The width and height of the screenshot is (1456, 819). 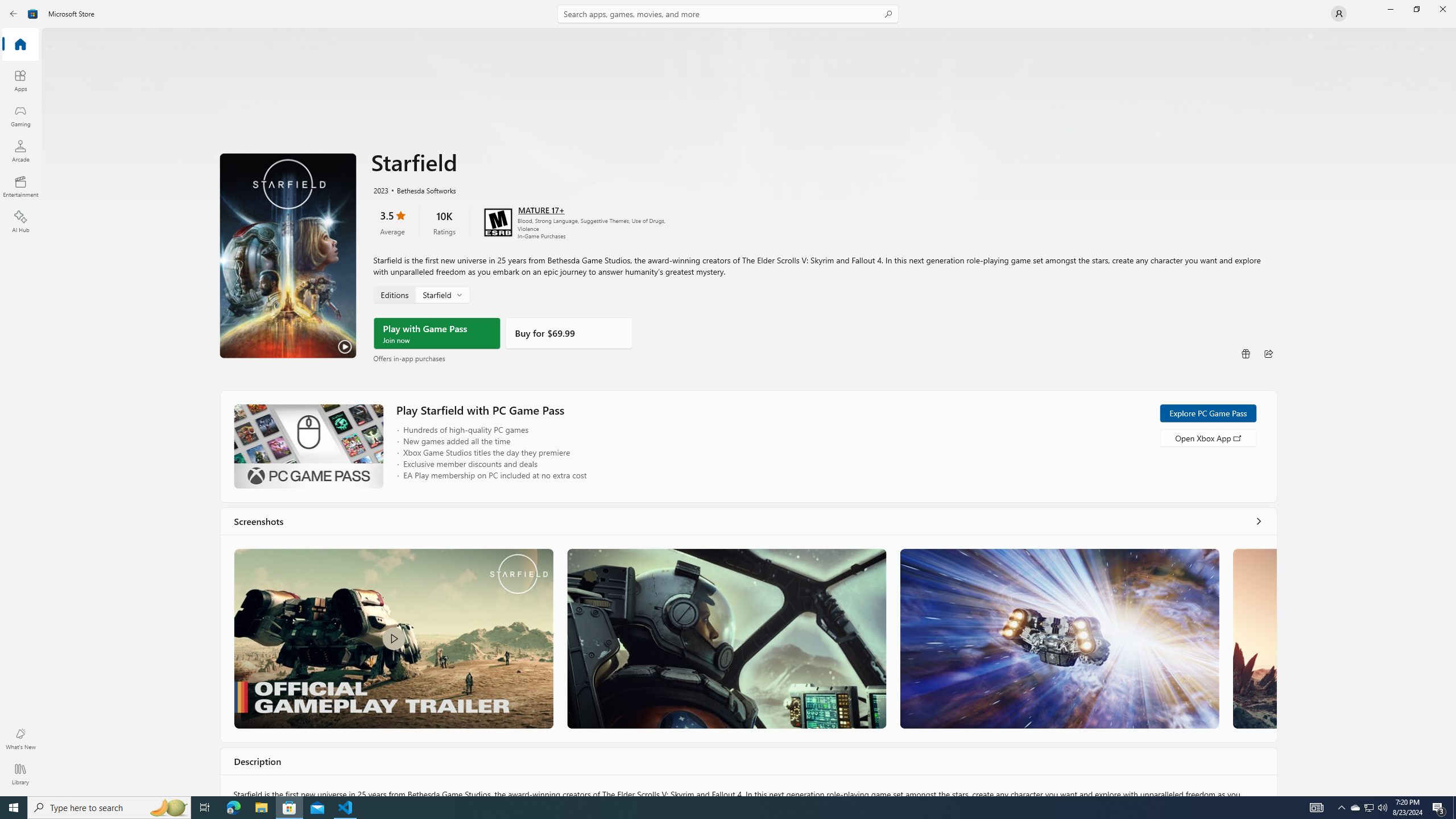 What do you see at coordinates (19, 221) in the screenshot?
I see `'AI Hub'` at bounding box center [19, 221].